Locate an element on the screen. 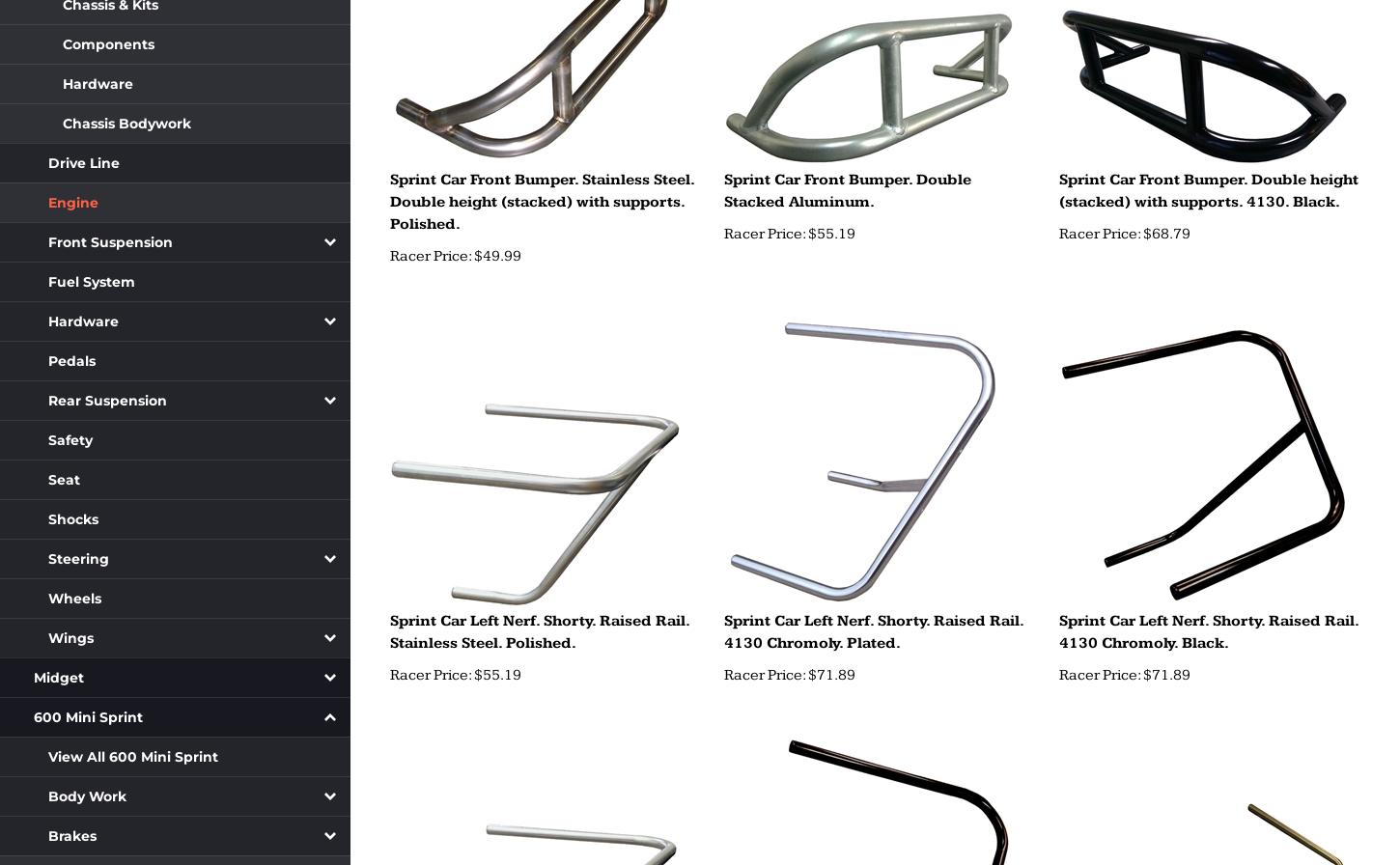 This screenshot has height=865, width=1400. 'Sprint Car Left Nerf. Shorty. Raised Rail.  Stainless Steel.  Polished.' is located at coordinates (538, 631).